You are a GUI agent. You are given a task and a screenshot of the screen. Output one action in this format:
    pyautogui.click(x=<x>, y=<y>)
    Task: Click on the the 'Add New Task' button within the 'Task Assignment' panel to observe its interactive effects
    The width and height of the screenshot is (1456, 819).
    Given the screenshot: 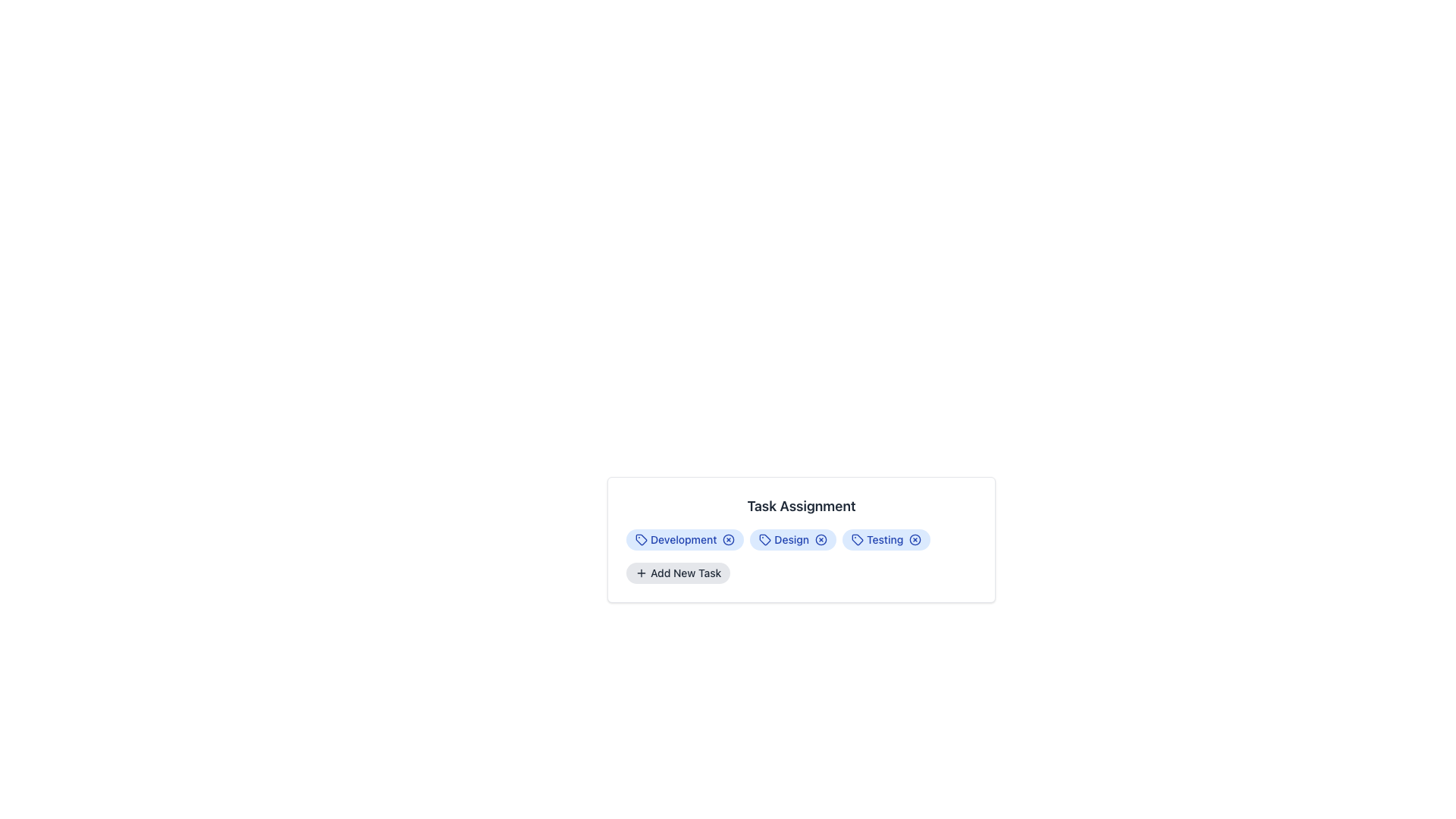 What is the action you would take?
    pyautogui.click(x=800, y=539)
    